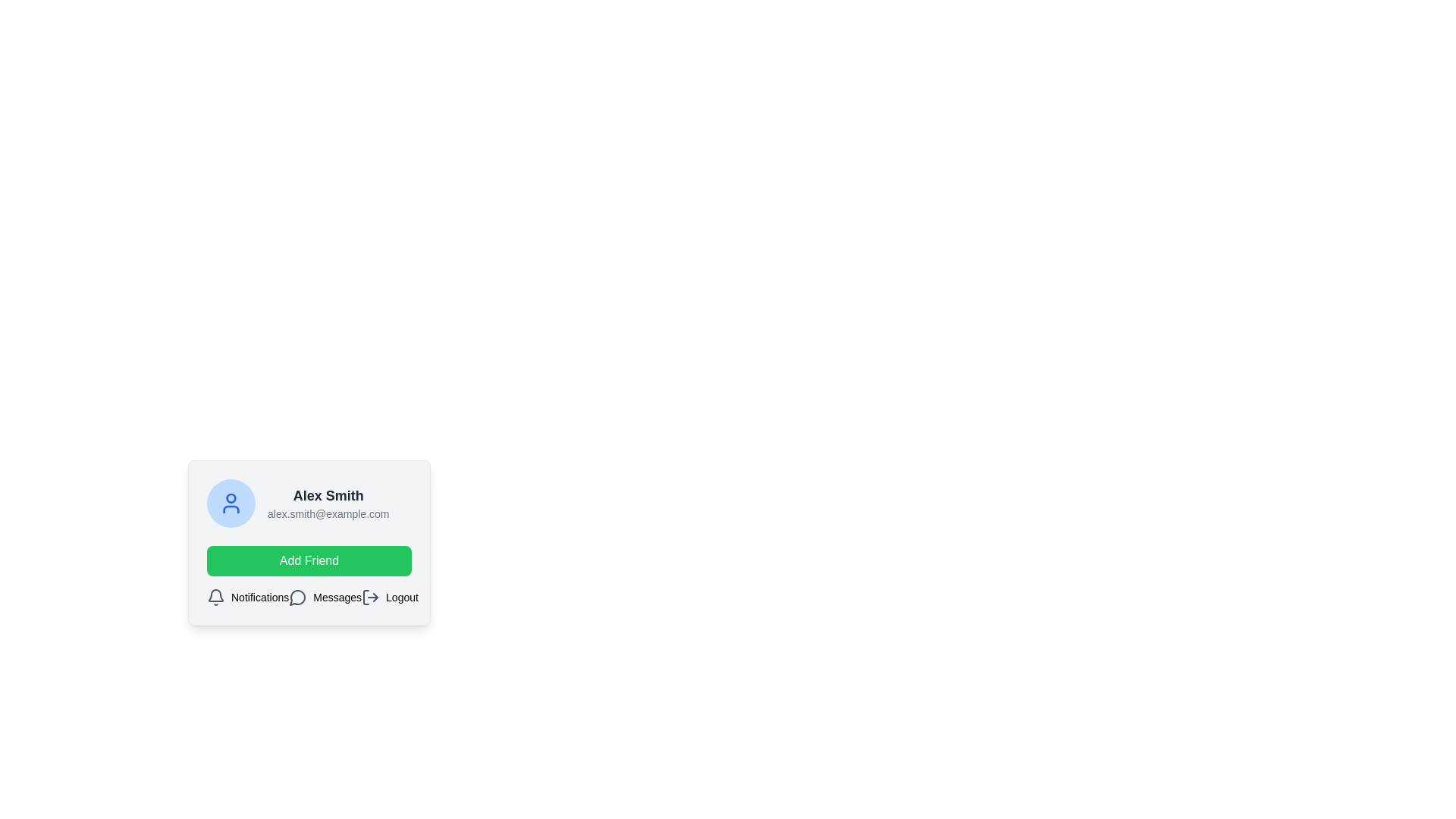 The image size is (1456, 819). What do you see at coordinates (231, 497) in the screenshot?
I see `the decorative or functional indicator circle located at the top-center of the user profile icon in the upper-left area of the user profile card` at bounding box center [231, 497].